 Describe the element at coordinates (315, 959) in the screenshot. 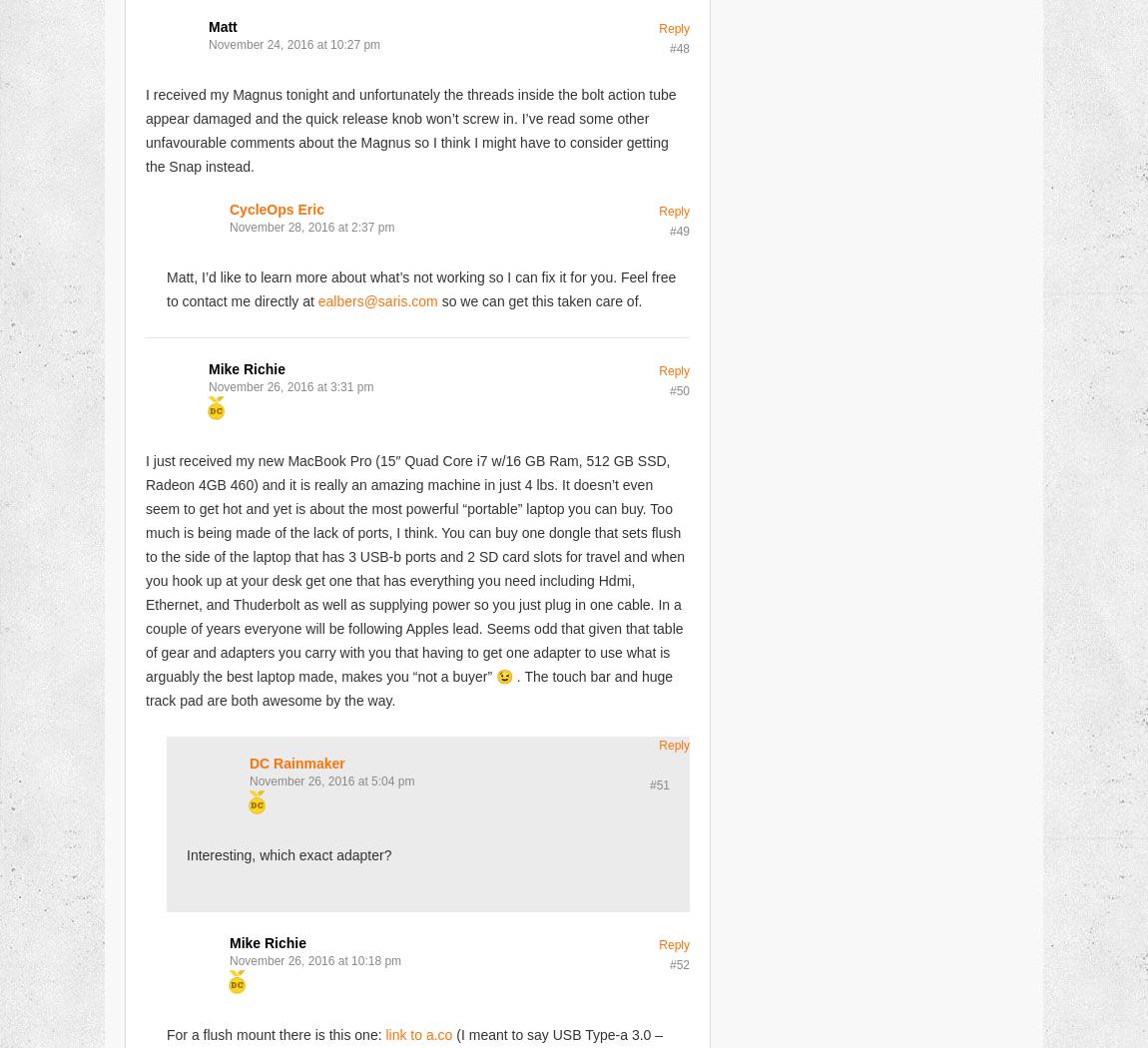

I see `'November 26, 2016 at 10:18 pm'` at that location.